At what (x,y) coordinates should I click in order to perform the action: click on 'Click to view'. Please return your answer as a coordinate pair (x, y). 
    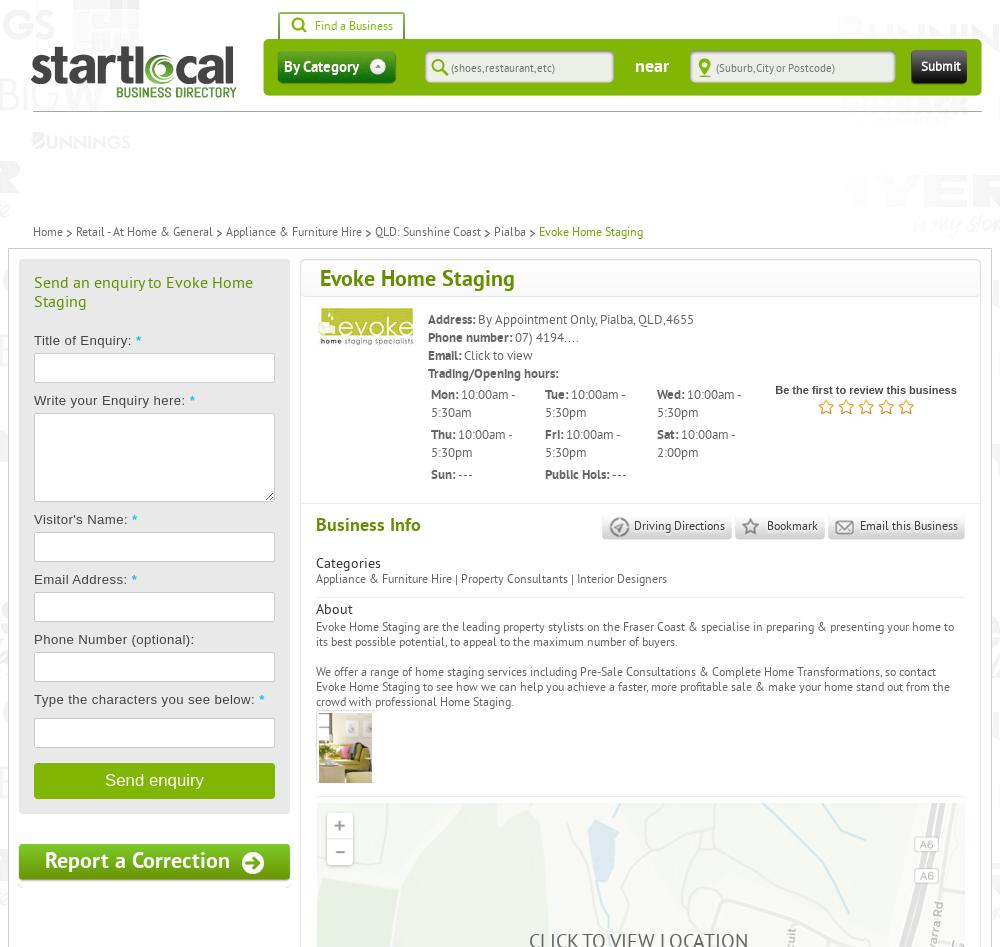
    Looking at the image, I should click on (497, 354).